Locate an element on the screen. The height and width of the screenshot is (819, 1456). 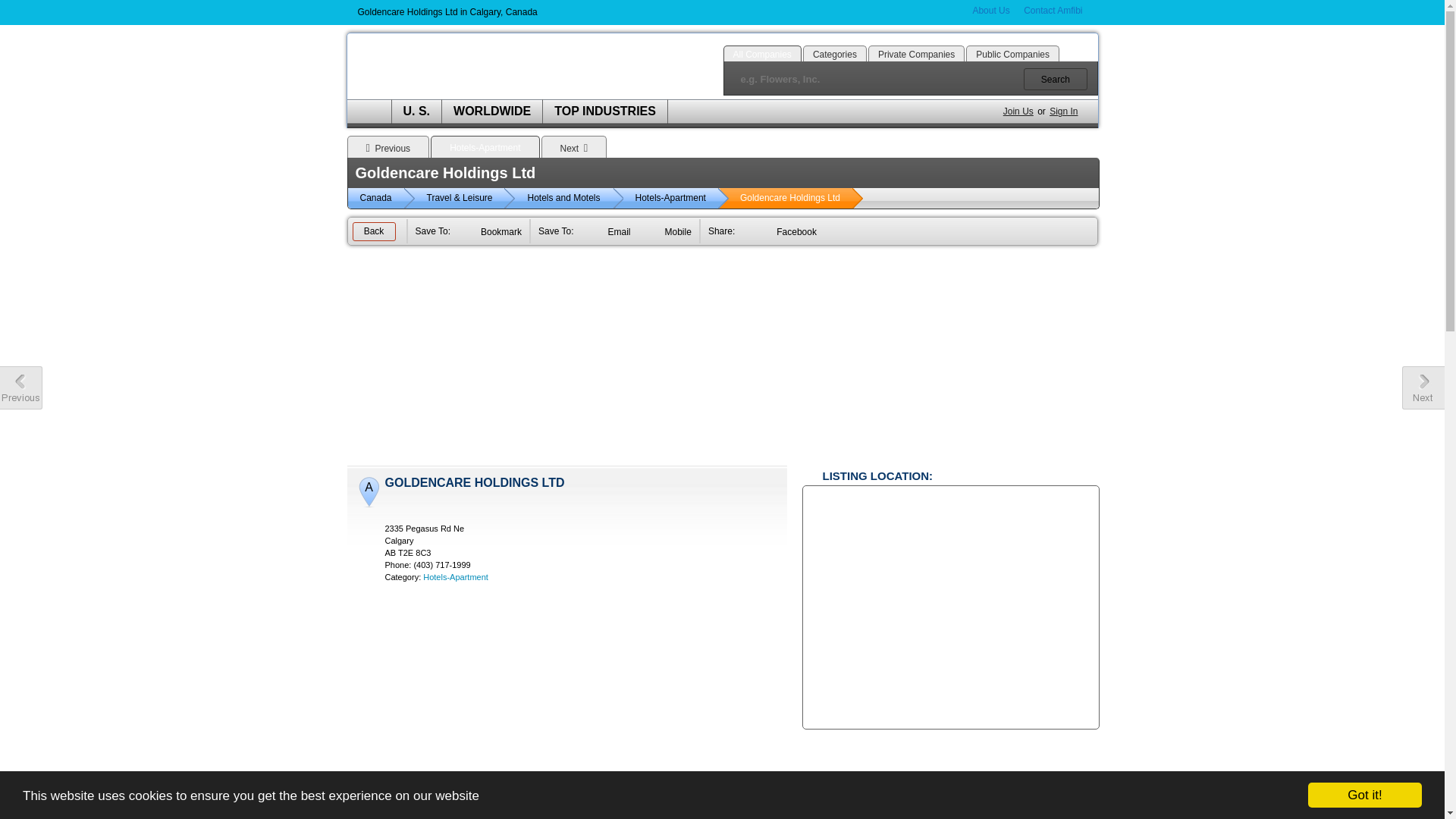
'Sign In' is located at coordinates (1062, 110).